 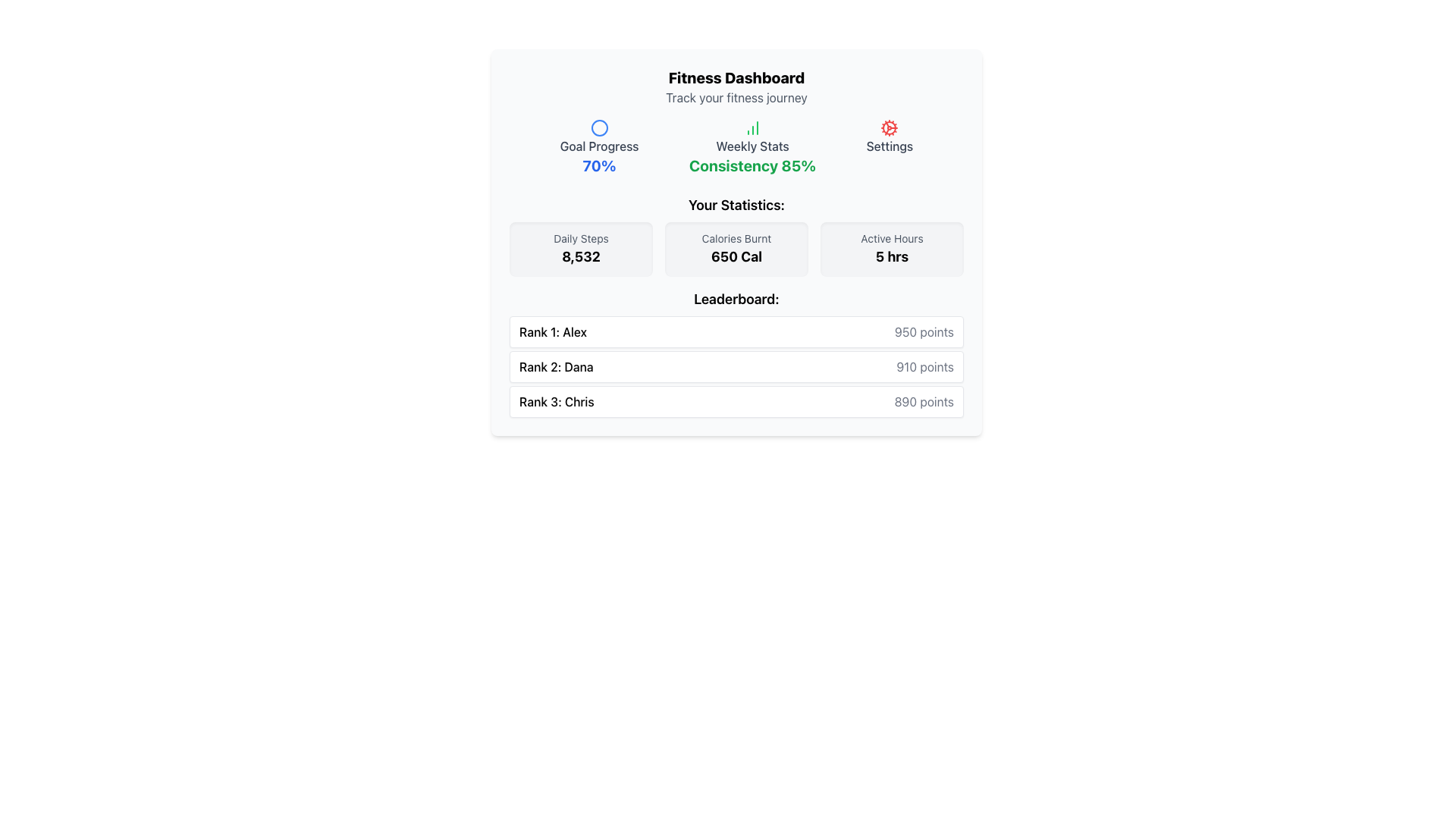 I want to click on text label displaying 'Rank 2: Dana' located in the leaderboard section, positioned between 'Rank 1: Alex' and 'Rank 3: Chris', so click(x=555, y=366).